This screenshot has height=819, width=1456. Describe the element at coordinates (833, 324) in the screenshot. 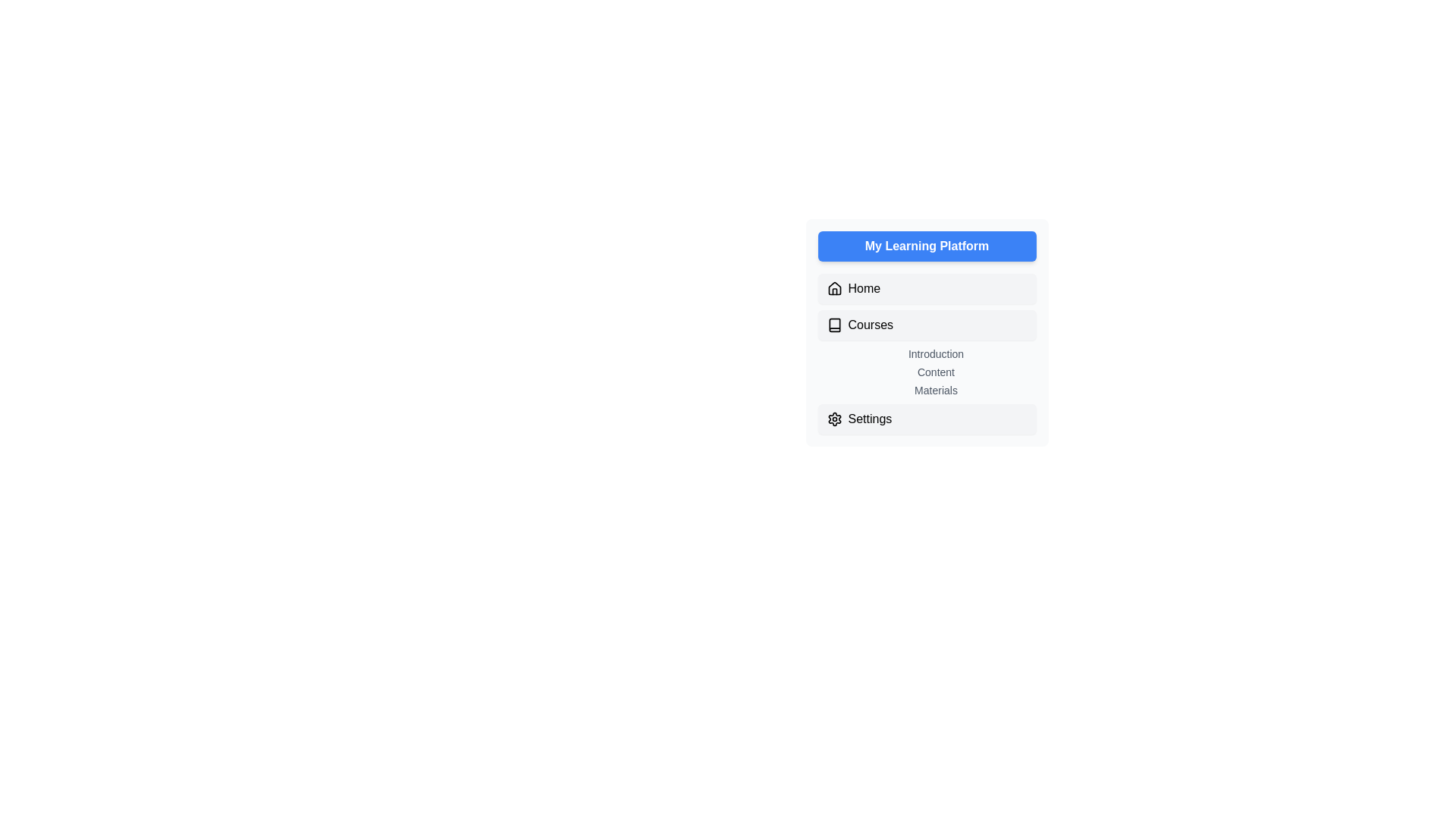

I see `the outlined book icon in the vertical navigation menu, which is the second icon positioned to the left of the 'Courses' label` at that location.